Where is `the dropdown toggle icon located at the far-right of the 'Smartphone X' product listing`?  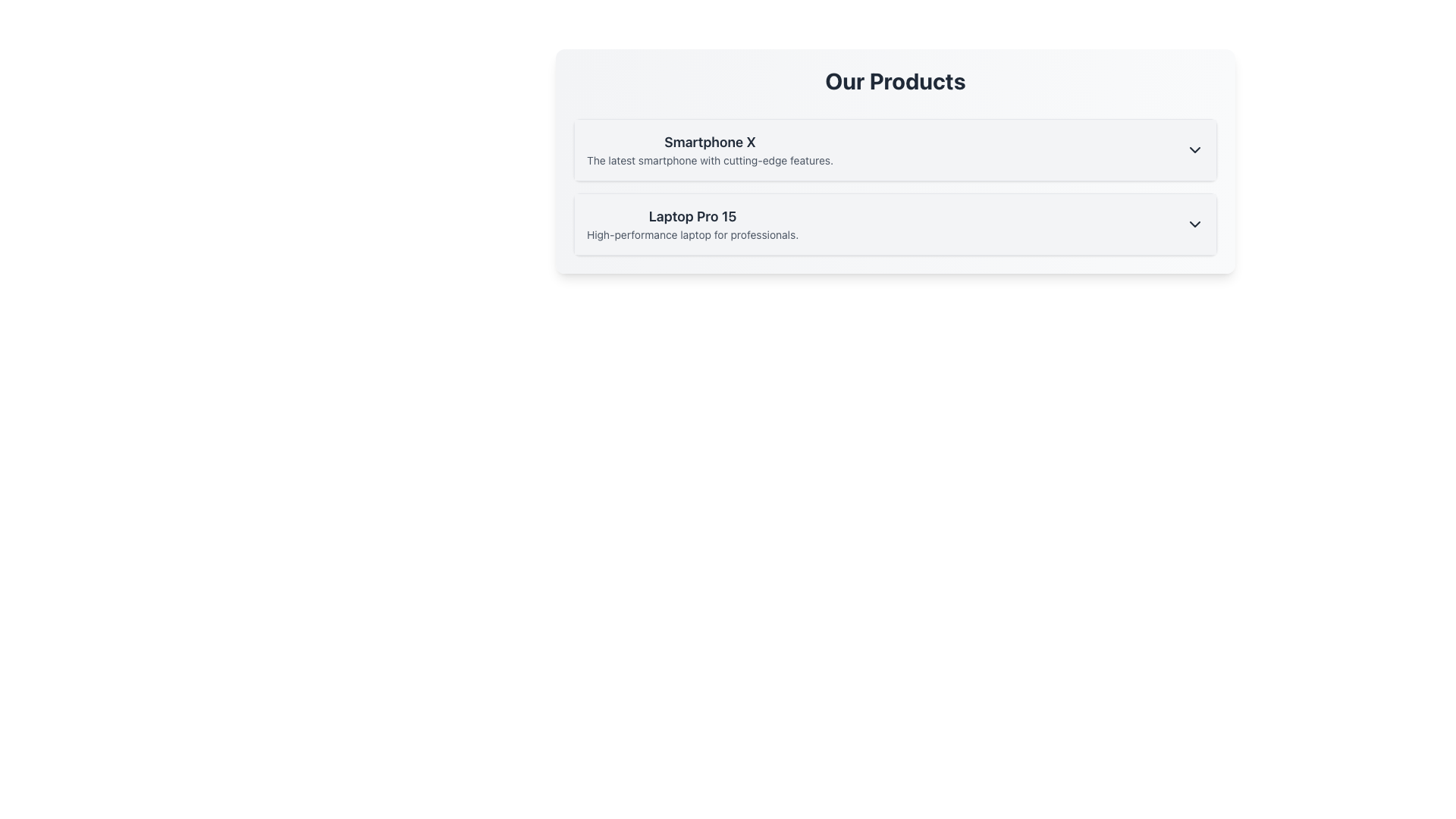 the dropdown toggle icon located at the far-right of the 'Smartphone X' product listing is located at coordinates (1194, 149).